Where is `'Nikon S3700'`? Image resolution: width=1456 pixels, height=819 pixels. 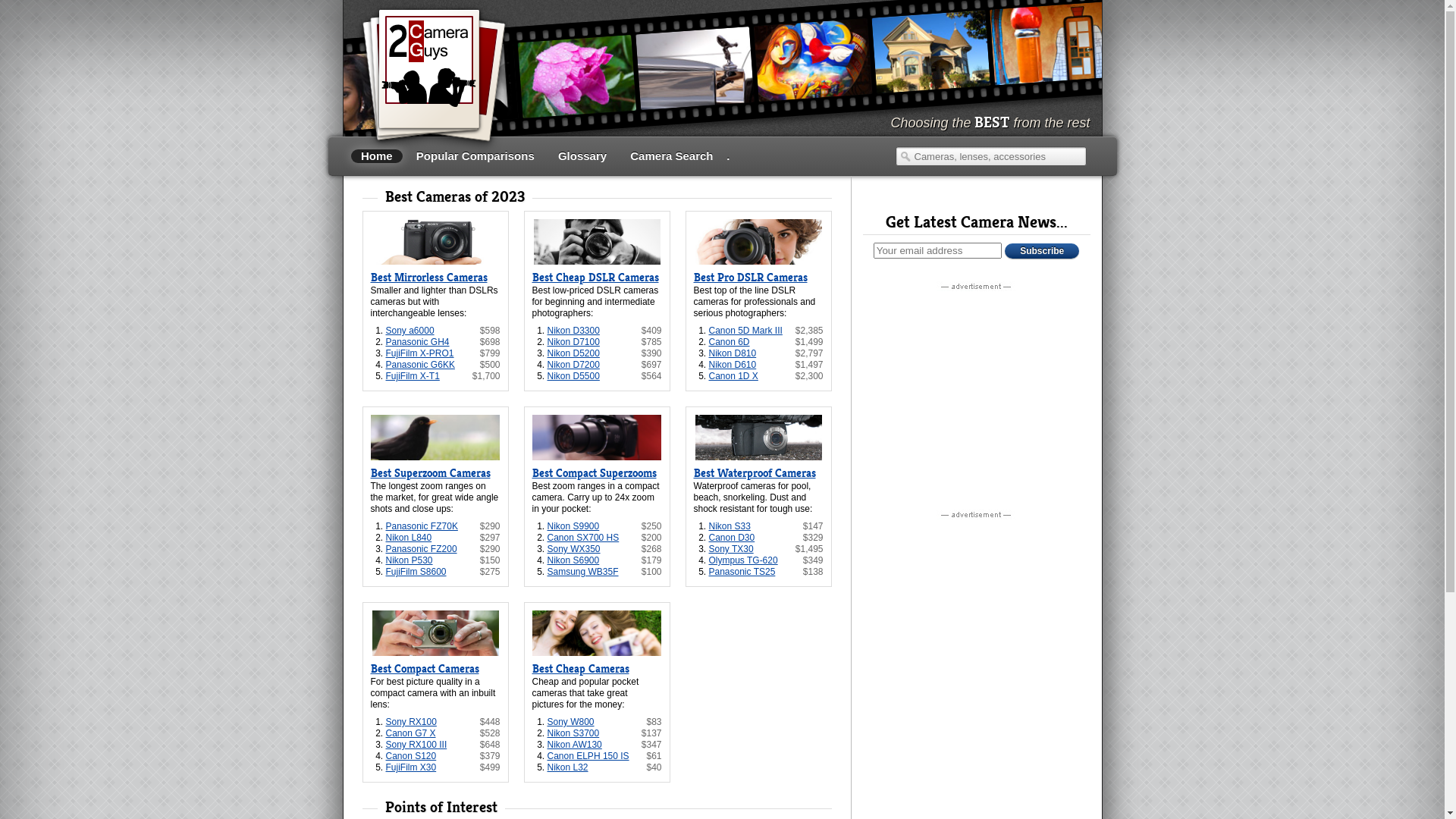
'Nikon S3700' is located at coordinates (573, 733).